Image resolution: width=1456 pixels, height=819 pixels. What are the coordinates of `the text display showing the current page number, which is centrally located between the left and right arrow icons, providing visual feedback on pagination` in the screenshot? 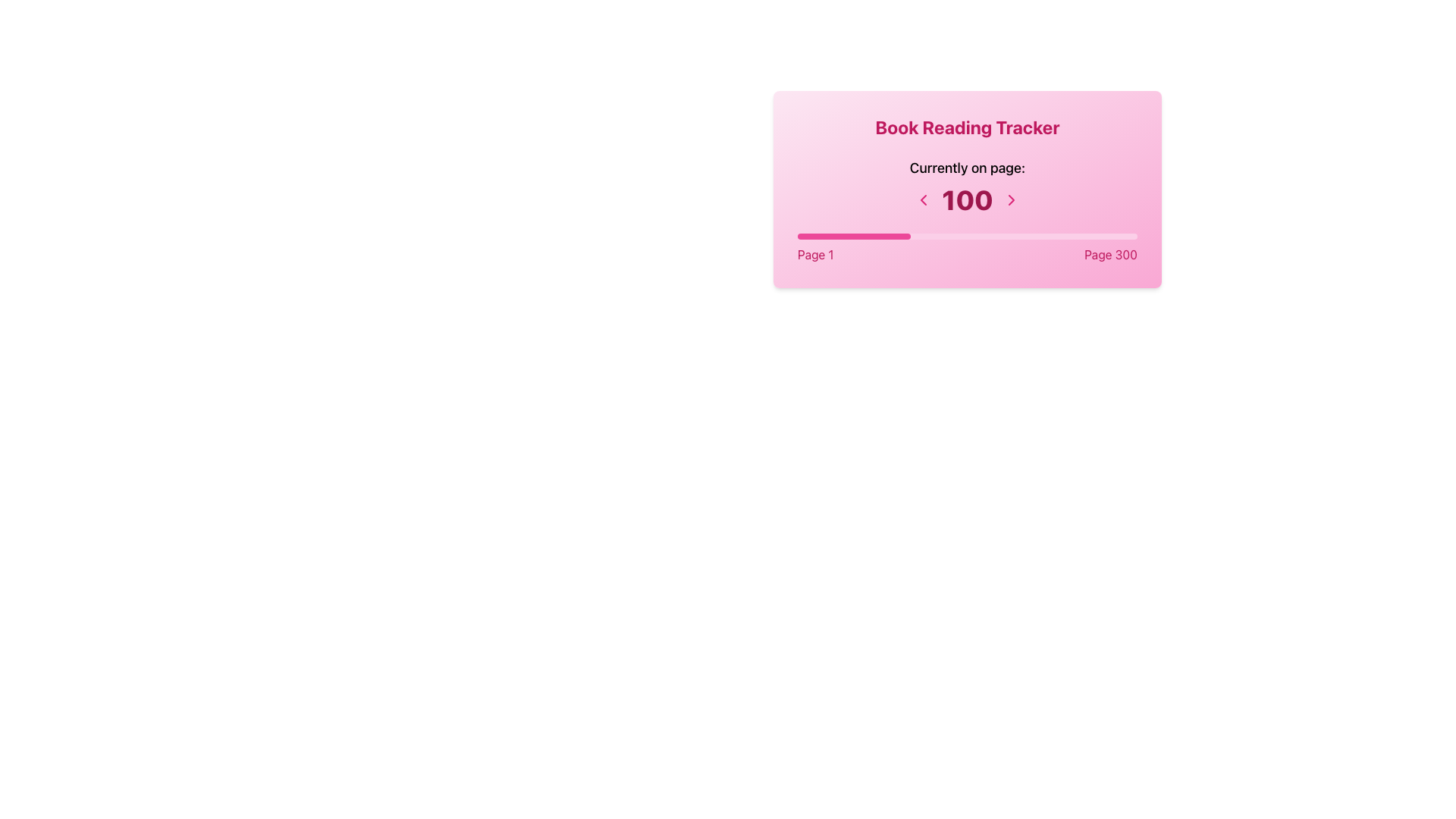 It's located at (967, 199).